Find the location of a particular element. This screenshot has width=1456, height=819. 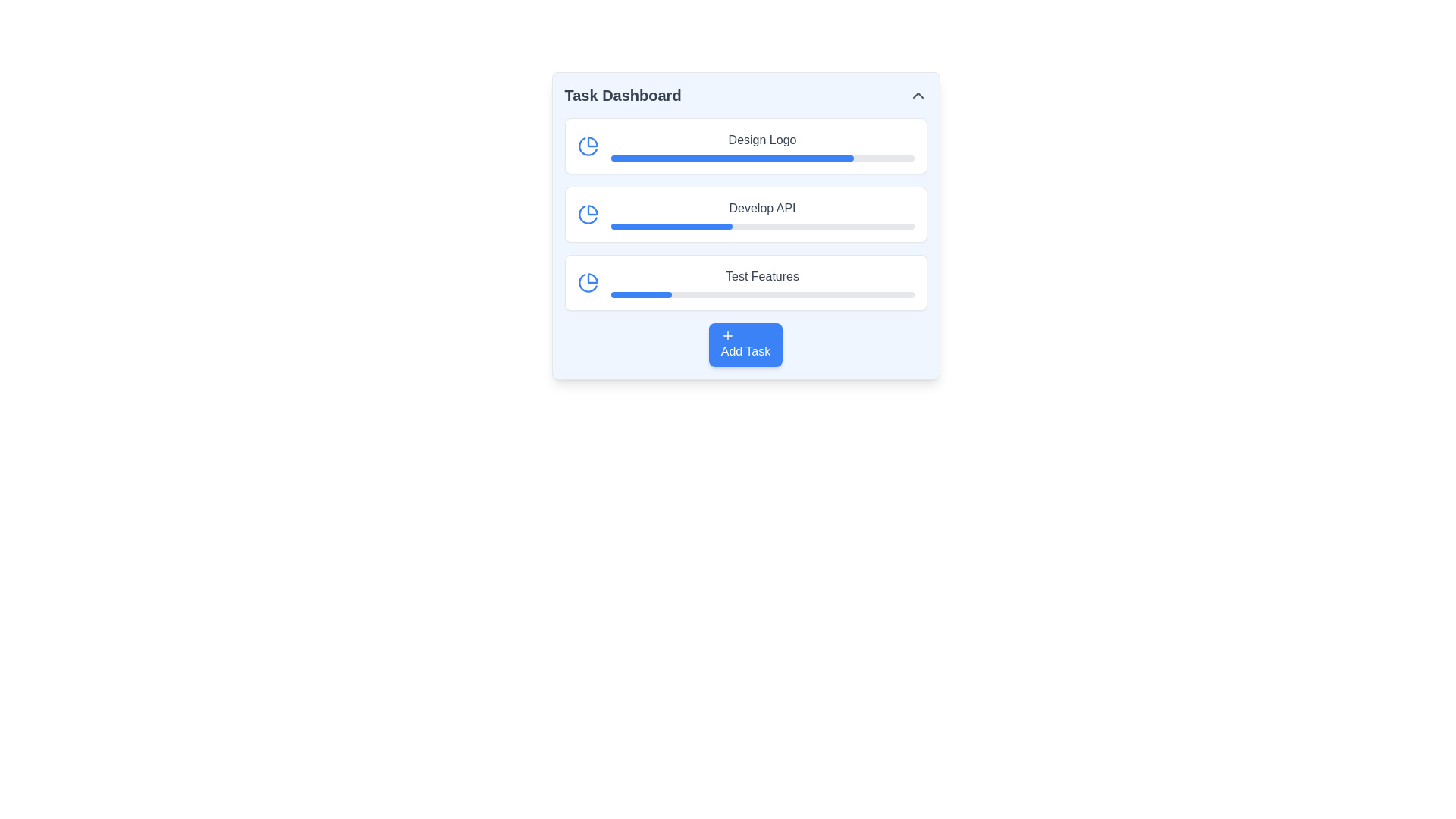

the task progress indicator labeled 'Design Logo' which shows 80% progress is located at coordinates (762, 146).